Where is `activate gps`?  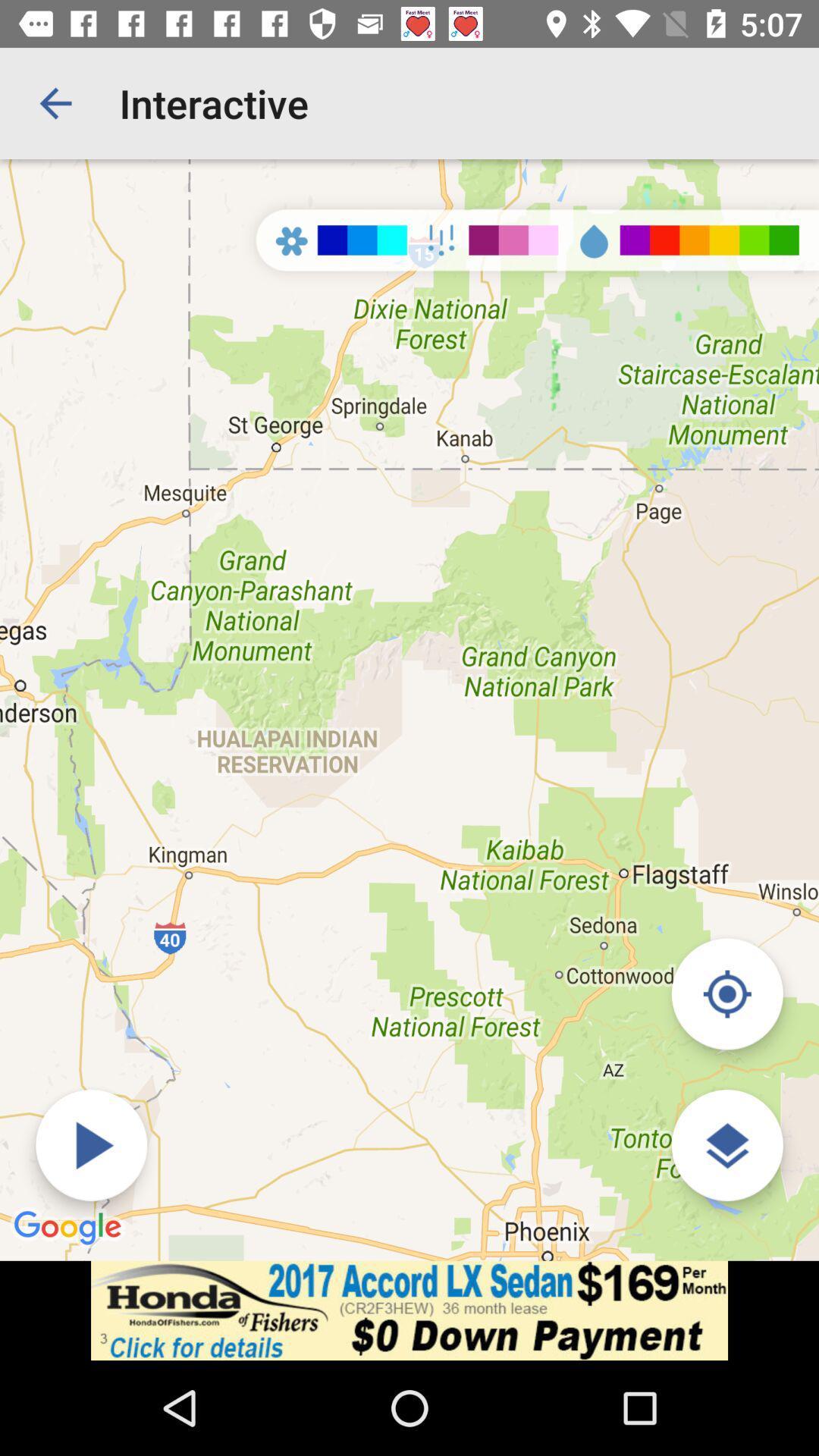 activate gps is located at coordinates (726, 993).